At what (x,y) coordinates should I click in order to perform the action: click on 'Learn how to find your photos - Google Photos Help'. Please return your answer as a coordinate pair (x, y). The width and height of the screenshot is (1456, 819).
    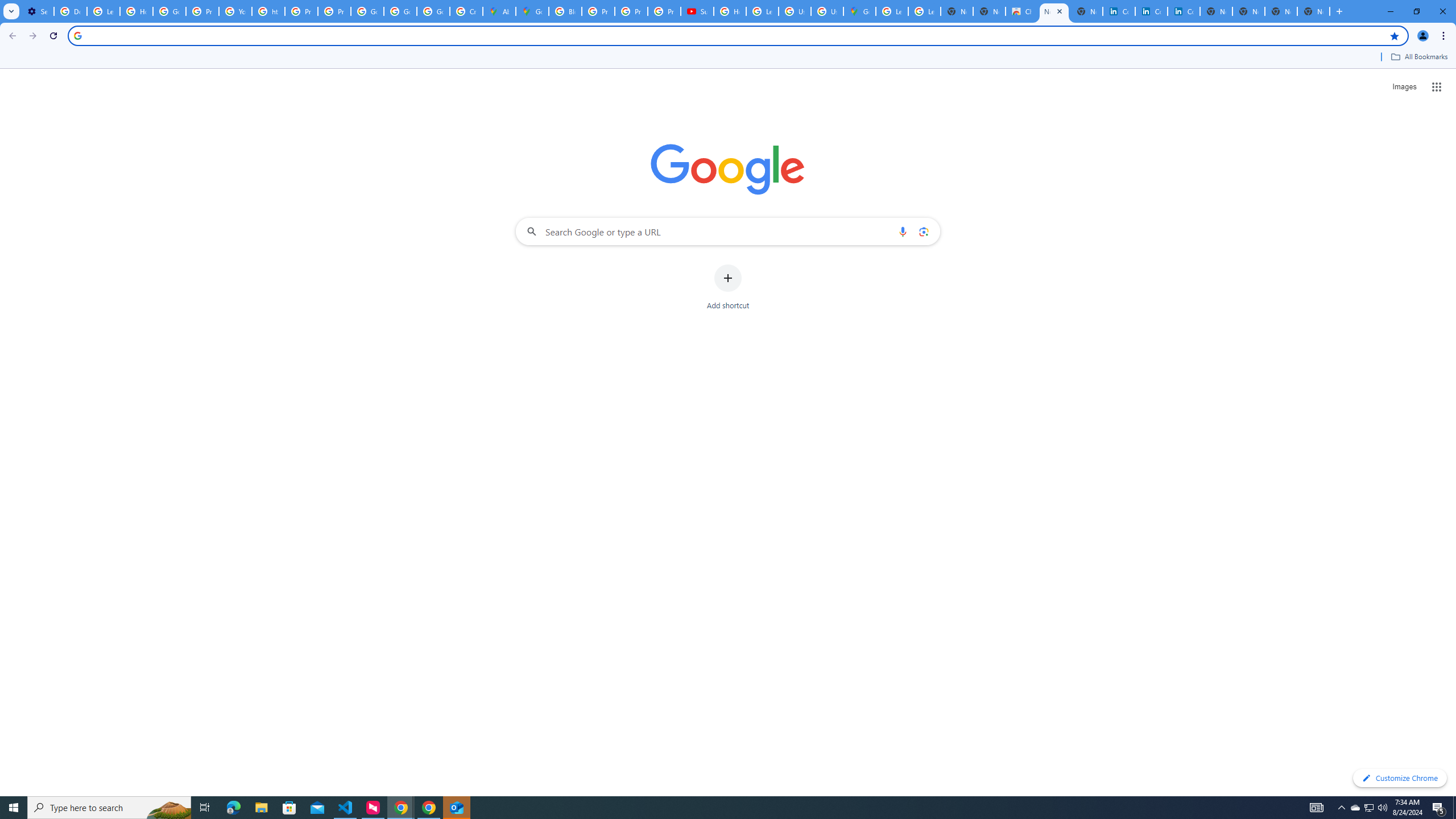
    Looking at the image, I should click on (102, 11).